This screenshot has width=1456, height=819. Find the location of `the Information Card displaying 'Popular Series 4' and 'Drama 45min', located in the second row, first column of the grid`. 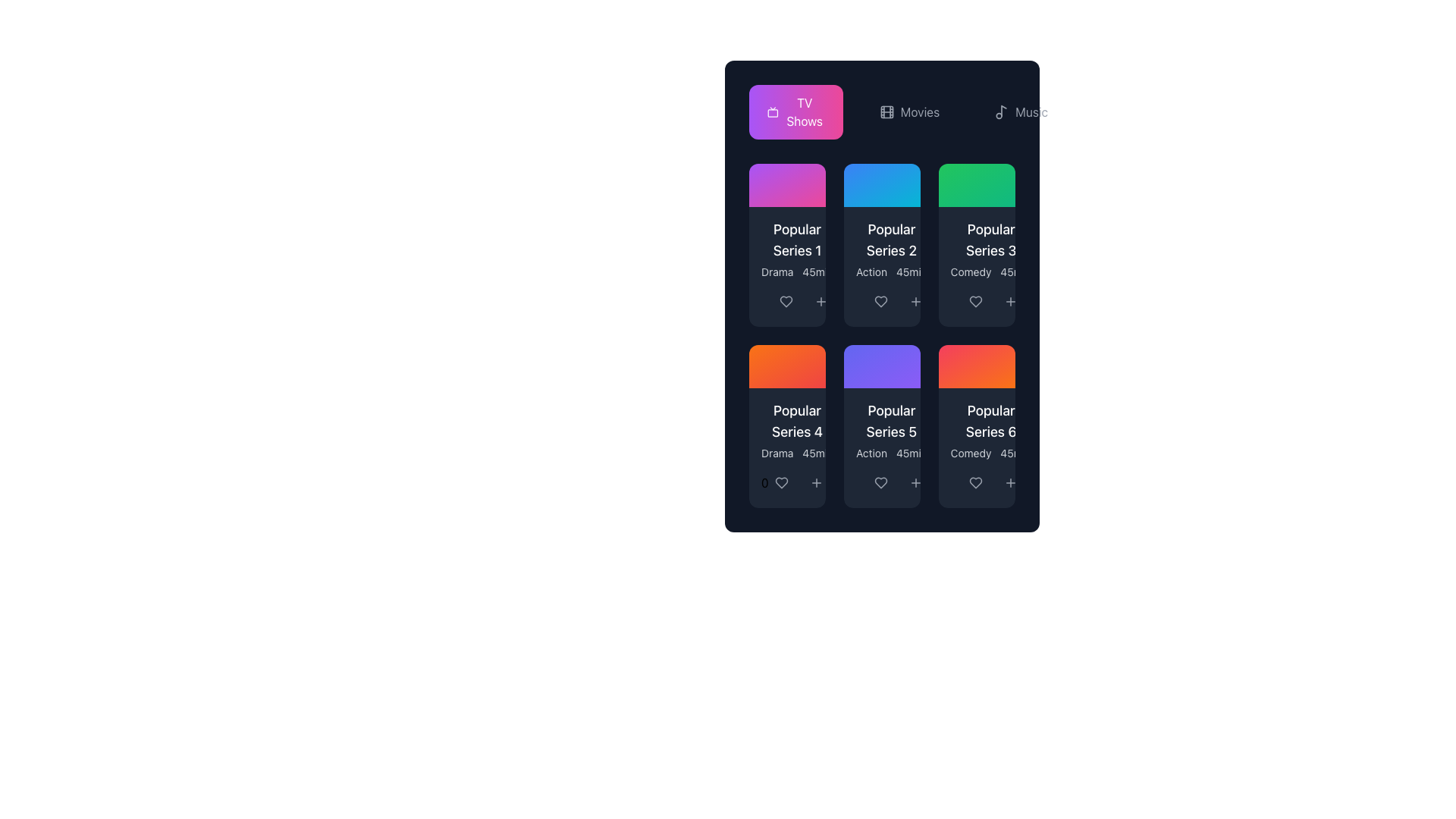

the Information Card displaying 'Popular Series 4' and 'Drama 45min', located in the second row, first column of the grid is located at coordinates (796, 430).